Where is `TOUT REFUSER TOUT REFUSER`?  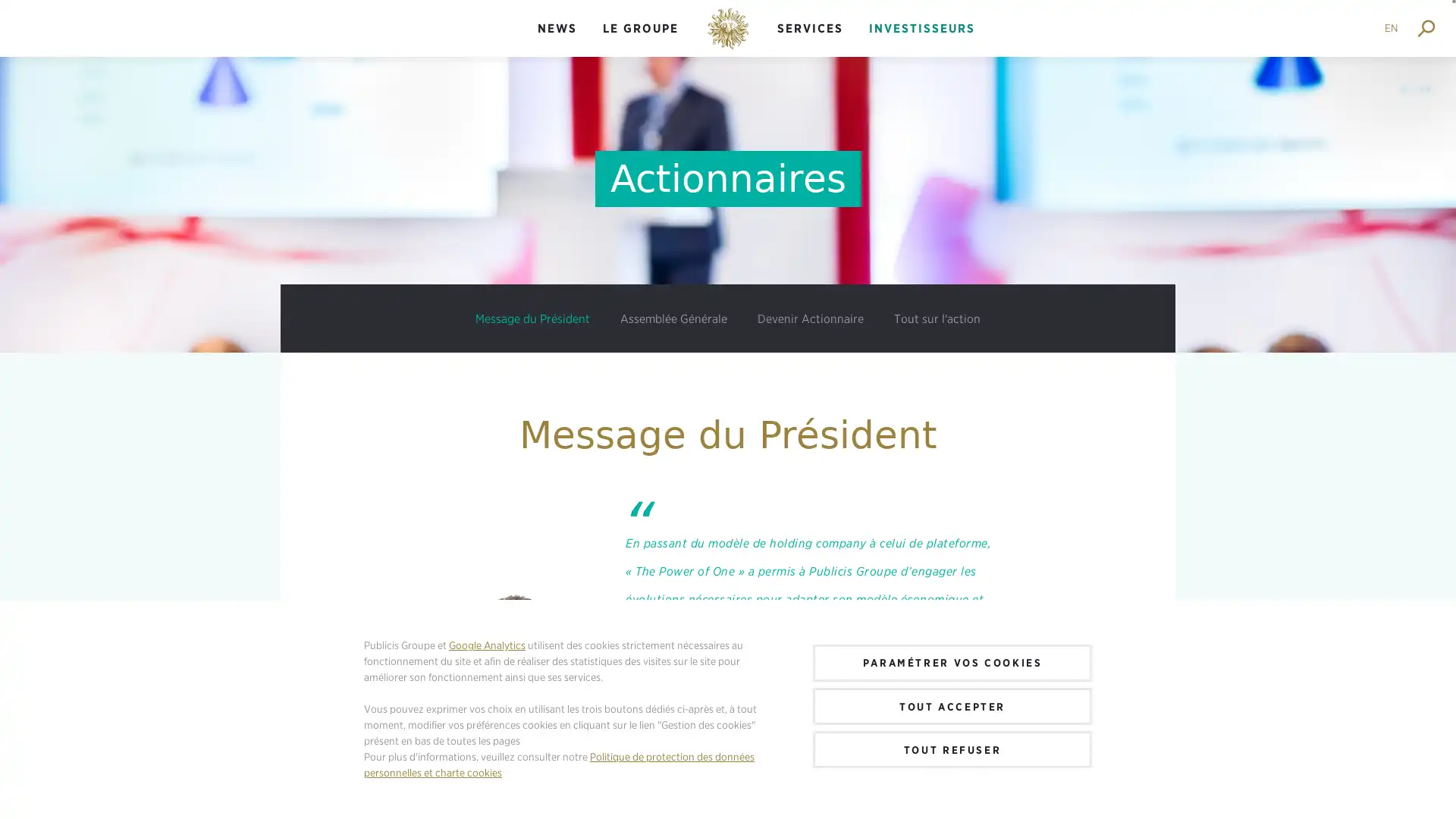
TOUT REFUSER TOUT REFUSER is located at coordinates (952, 748).